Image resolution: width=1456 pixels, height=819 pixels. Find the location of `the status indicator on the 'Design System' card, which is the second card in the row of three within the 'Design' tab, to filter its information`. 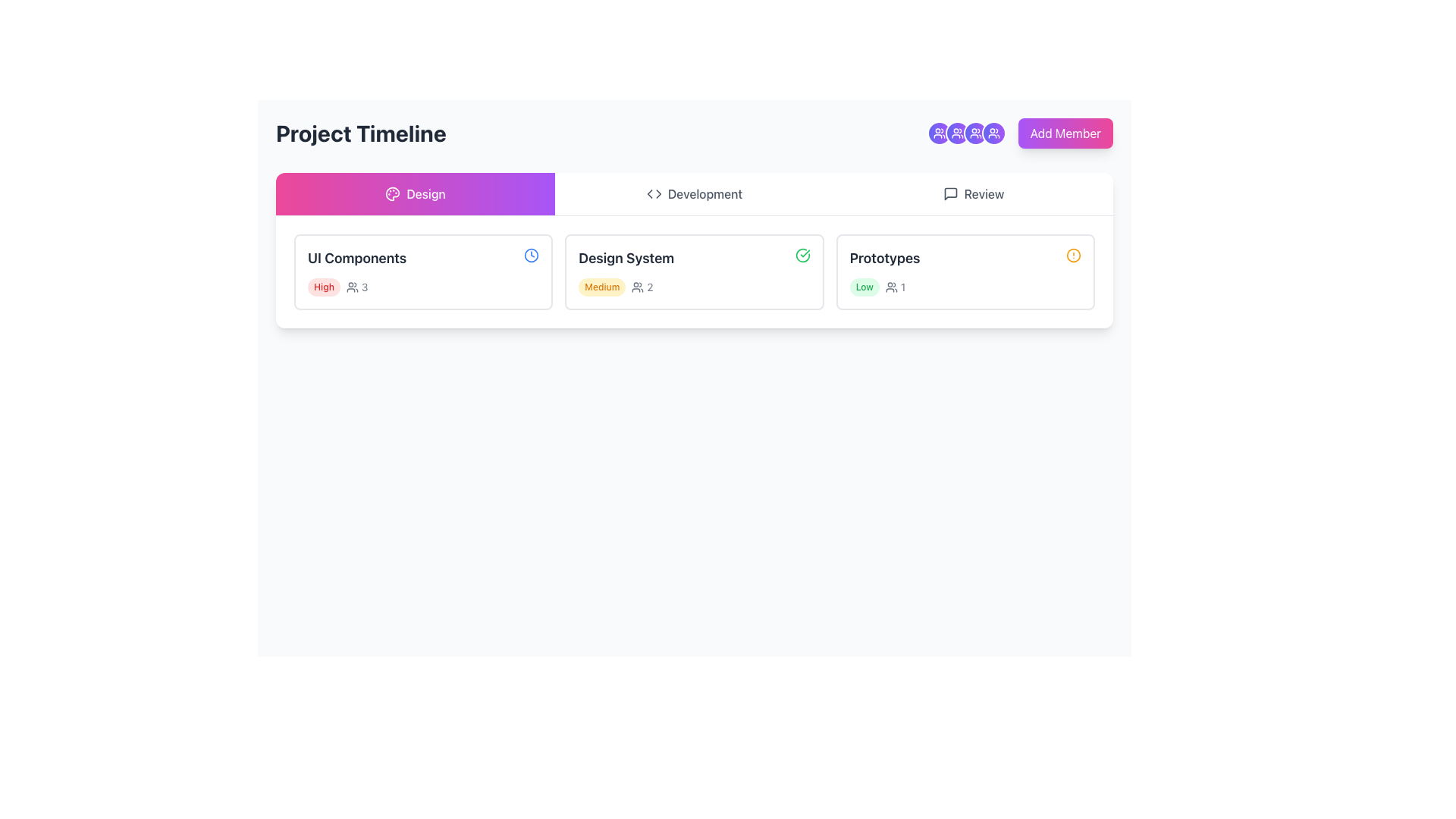

the status indicator on the 'Design System' card, which is the second card in the row of three within the 'Design' tab, to filter its information is located at coordinates (694, 271).